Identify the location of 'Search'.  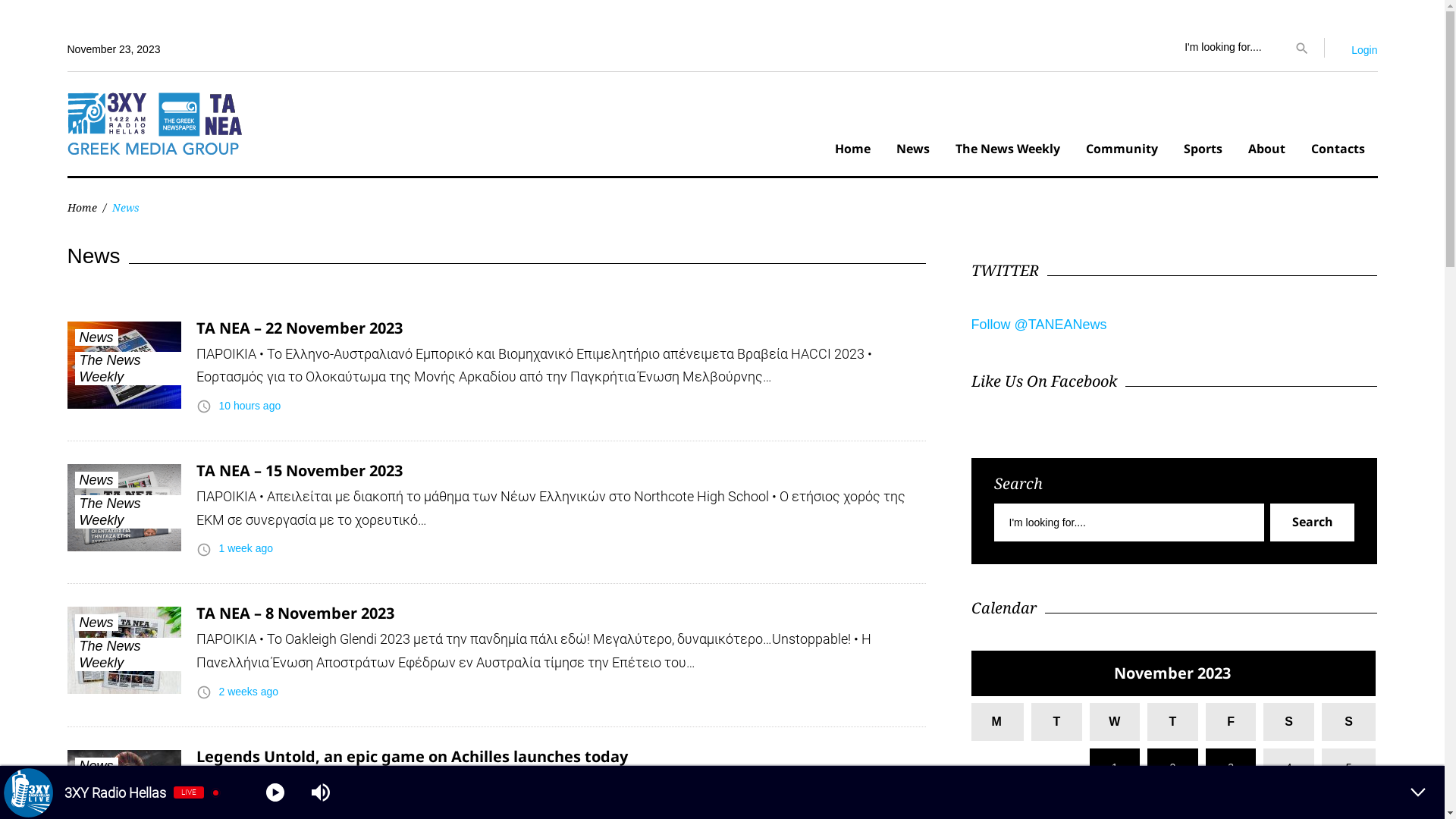
(1270, 522).